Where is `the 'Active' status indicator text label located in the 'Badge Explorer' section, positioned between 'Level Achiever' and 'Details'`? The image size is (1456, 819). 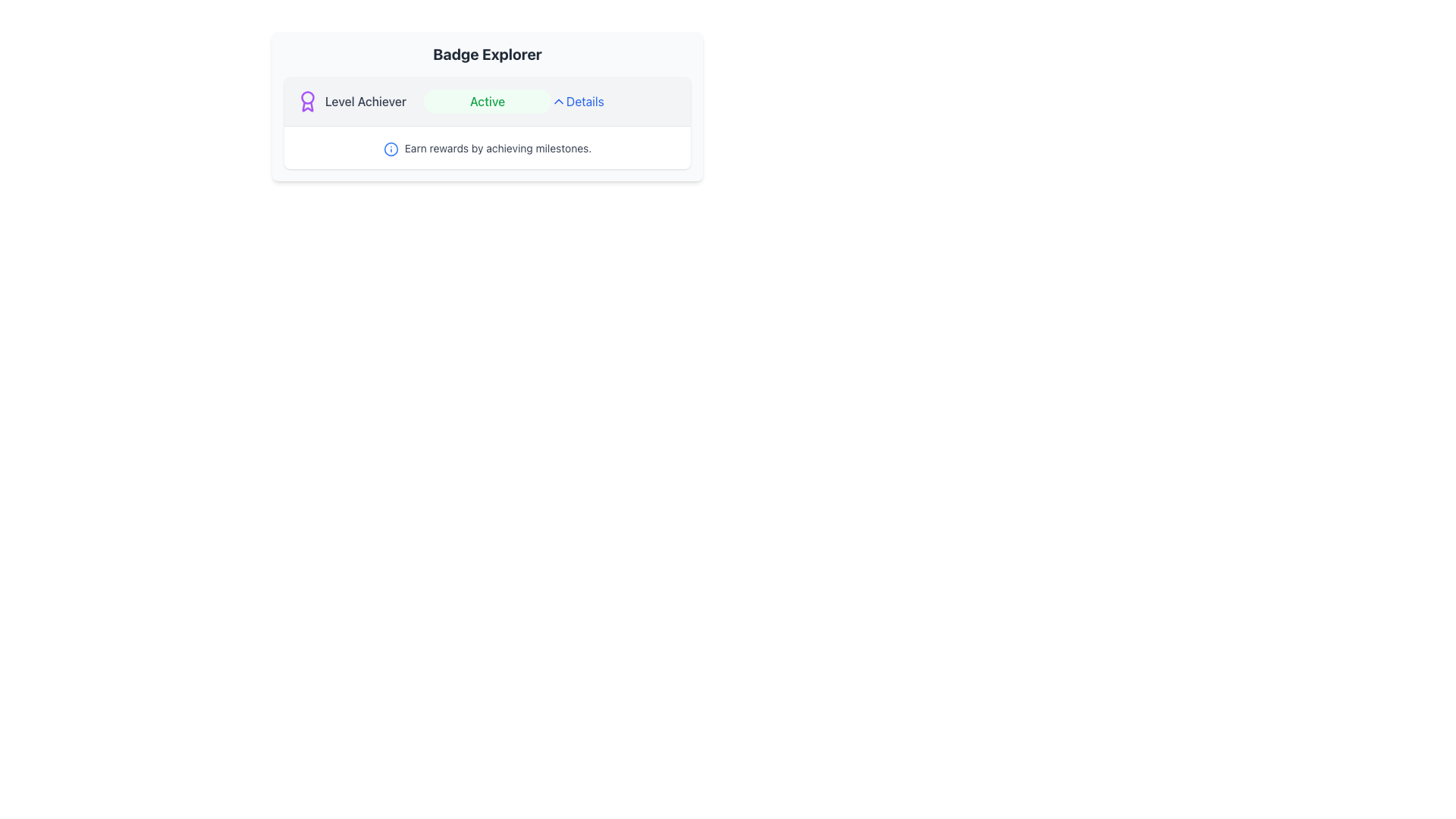 the 'Active' status indicator text label located in the 'Badge Explorer' section, positioned between 'Level Achiever' and 'Details' is located at coordinates (488, 105).